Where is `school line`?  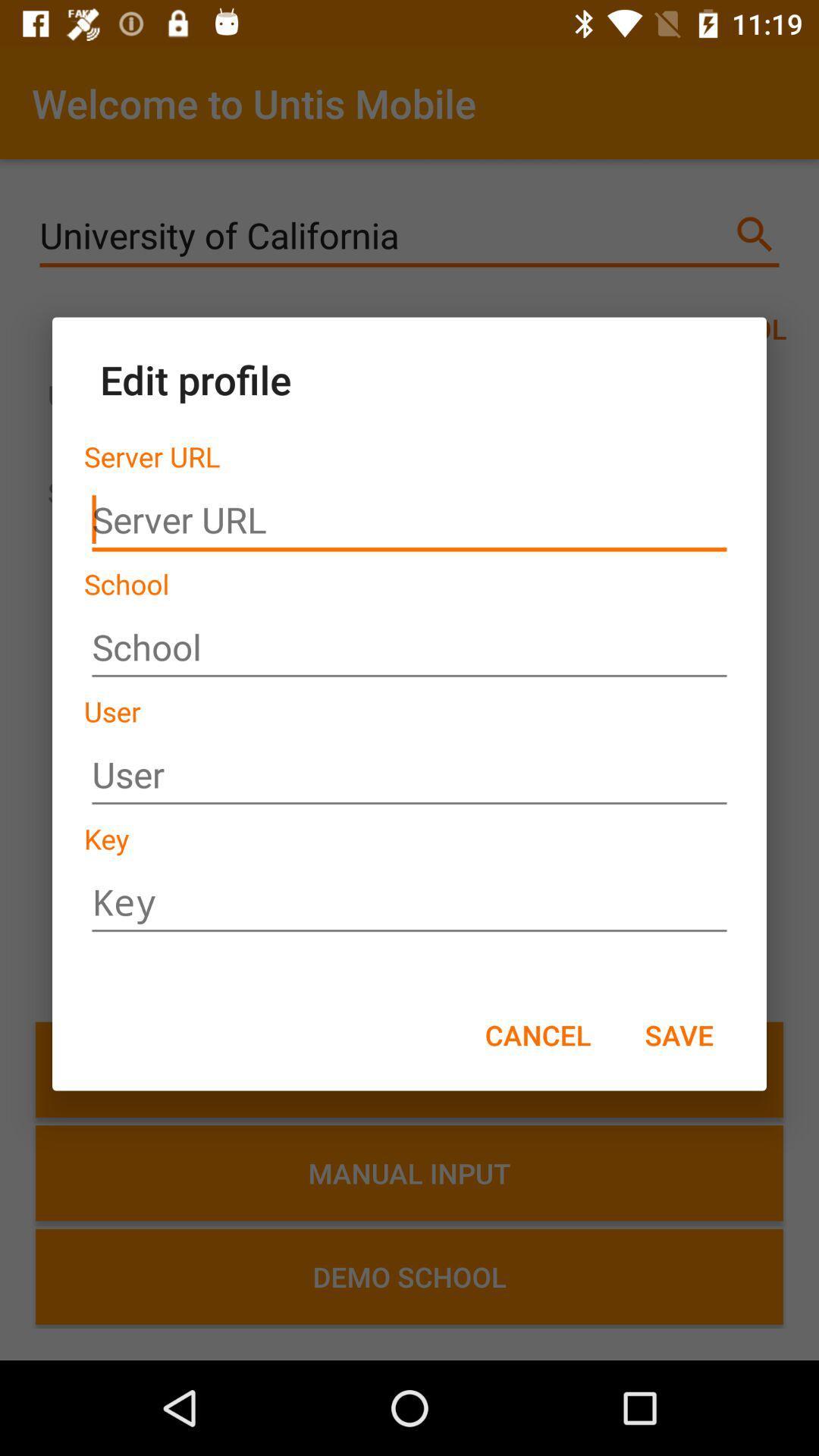
school line is located at coordinates (409, 648).